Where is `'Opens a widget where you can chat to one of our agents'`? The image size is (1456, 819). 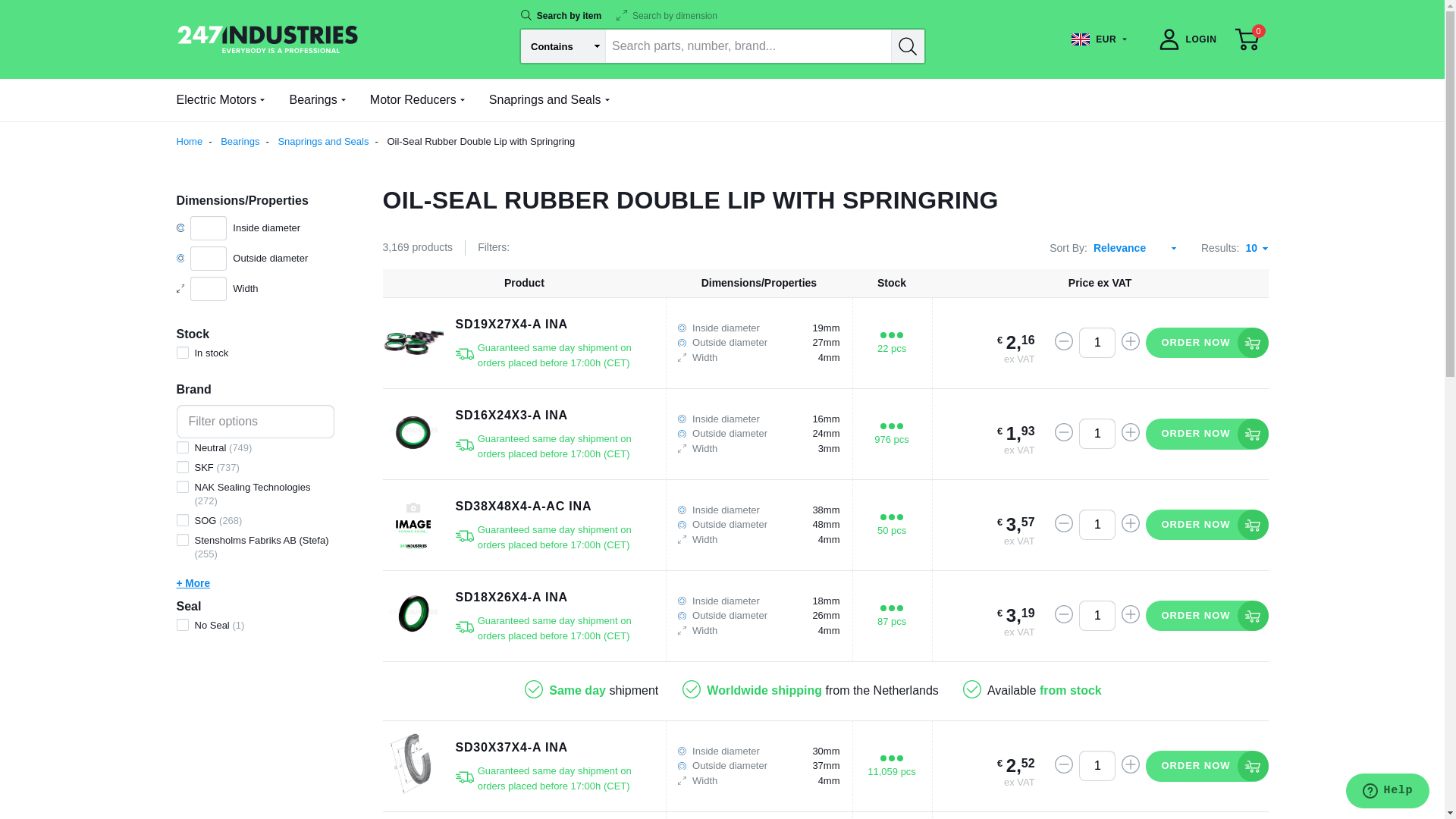
'Opens a widget where you can chat to one of our agents' is located at coordinates (1387, 792).